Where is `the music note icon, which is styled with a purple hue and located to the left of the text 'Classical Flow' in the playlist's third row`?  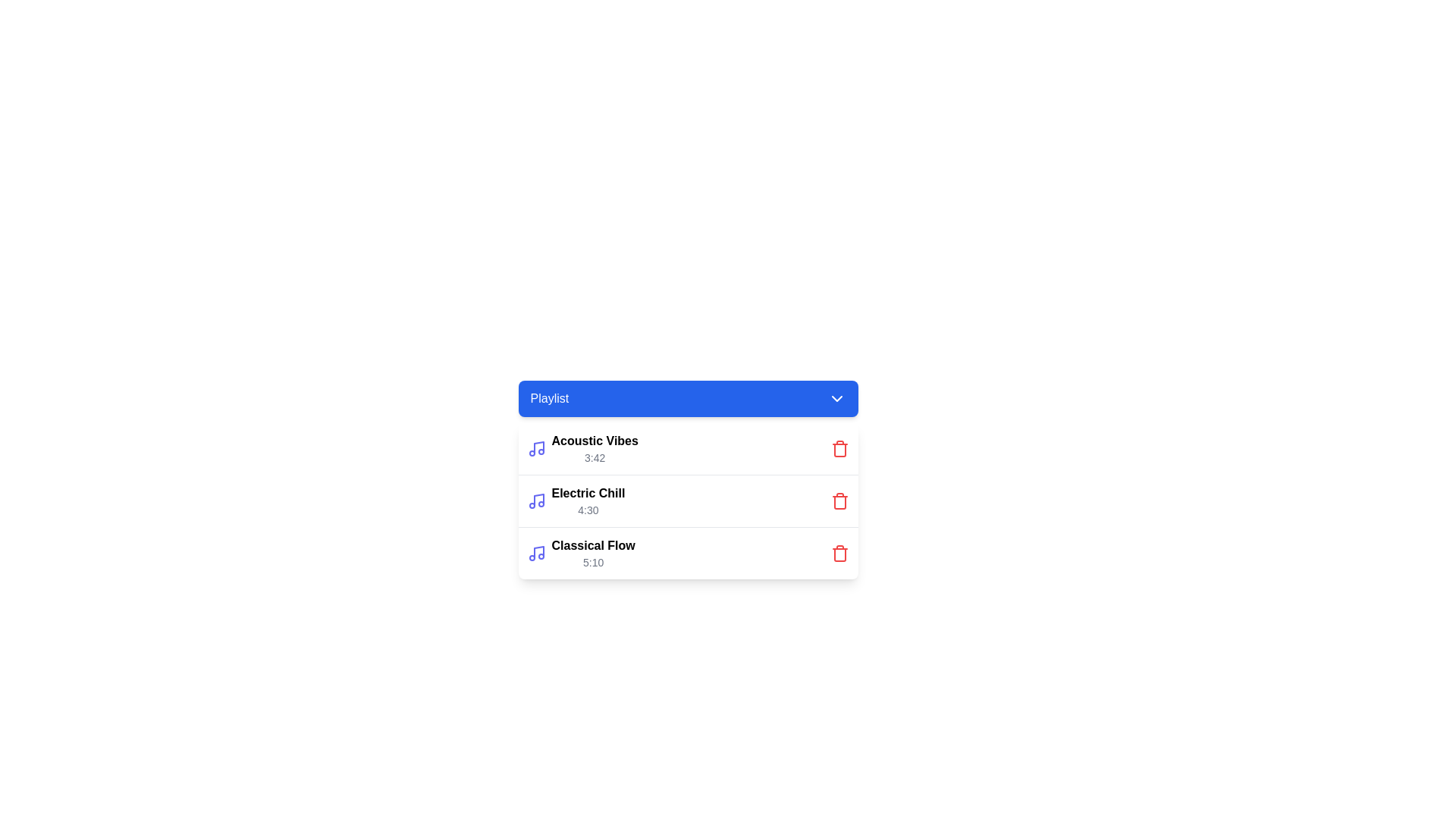 the music note icon, which is styled with a purple hue and located to the left of the text 'Classical Flow' in the playlist's third row is located at coordinates (536, 553).